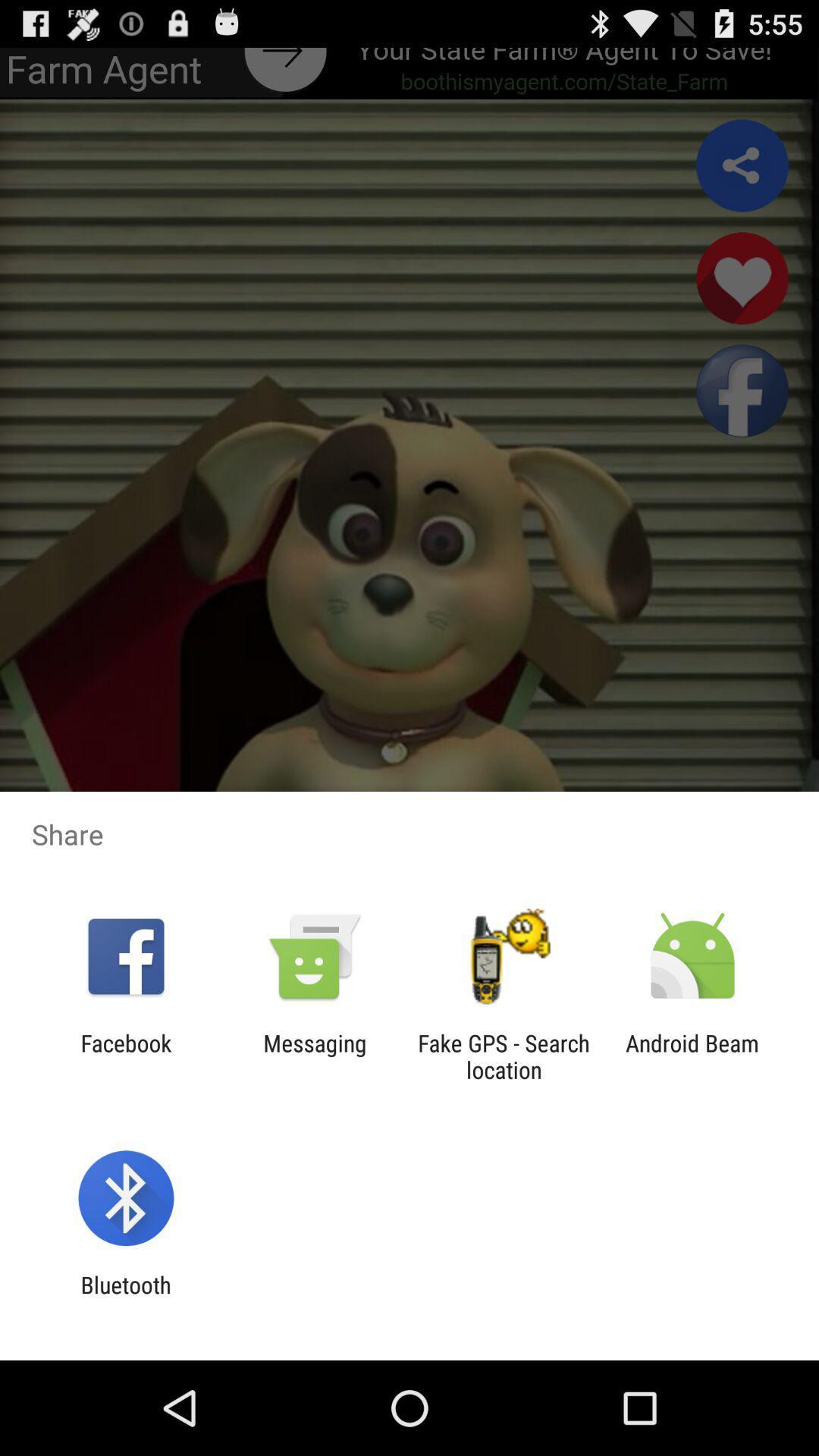 This screenshot has width=819, height=1456. I want to click on item to the right of fake gps search, so click(692, 1056).